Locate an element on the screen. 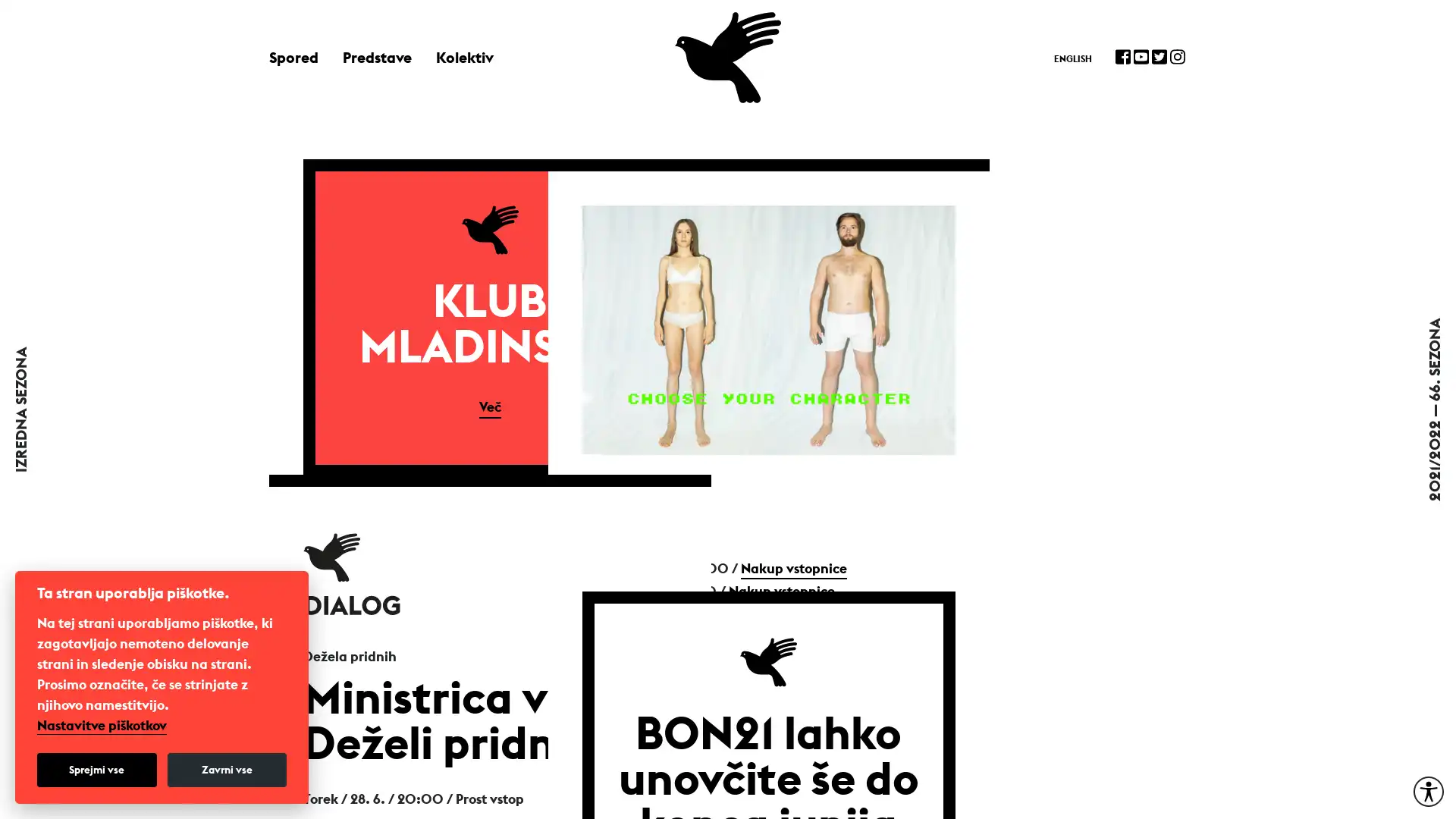 Image resolution: width=1456 pixels, height=819 pixels. Sprejmi vse is located at coordinates (95, 769).